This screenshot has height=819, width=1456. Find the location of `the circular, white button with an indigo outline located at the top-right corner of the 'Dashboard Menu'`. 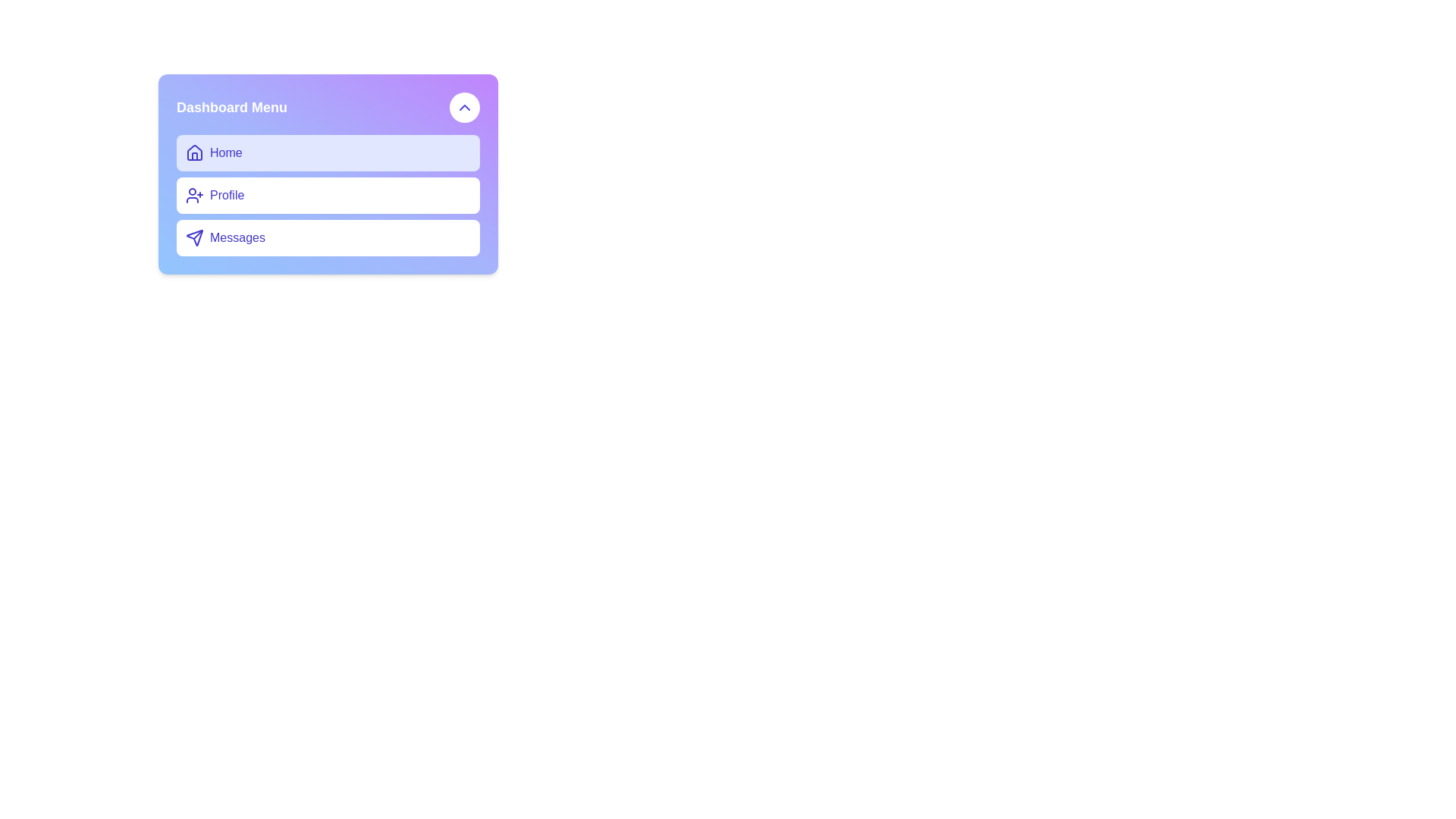

the circular, white button with an indigo outline located at the top-right corner of the 'Dashboard Menu' is located at coordinates (464, 107).